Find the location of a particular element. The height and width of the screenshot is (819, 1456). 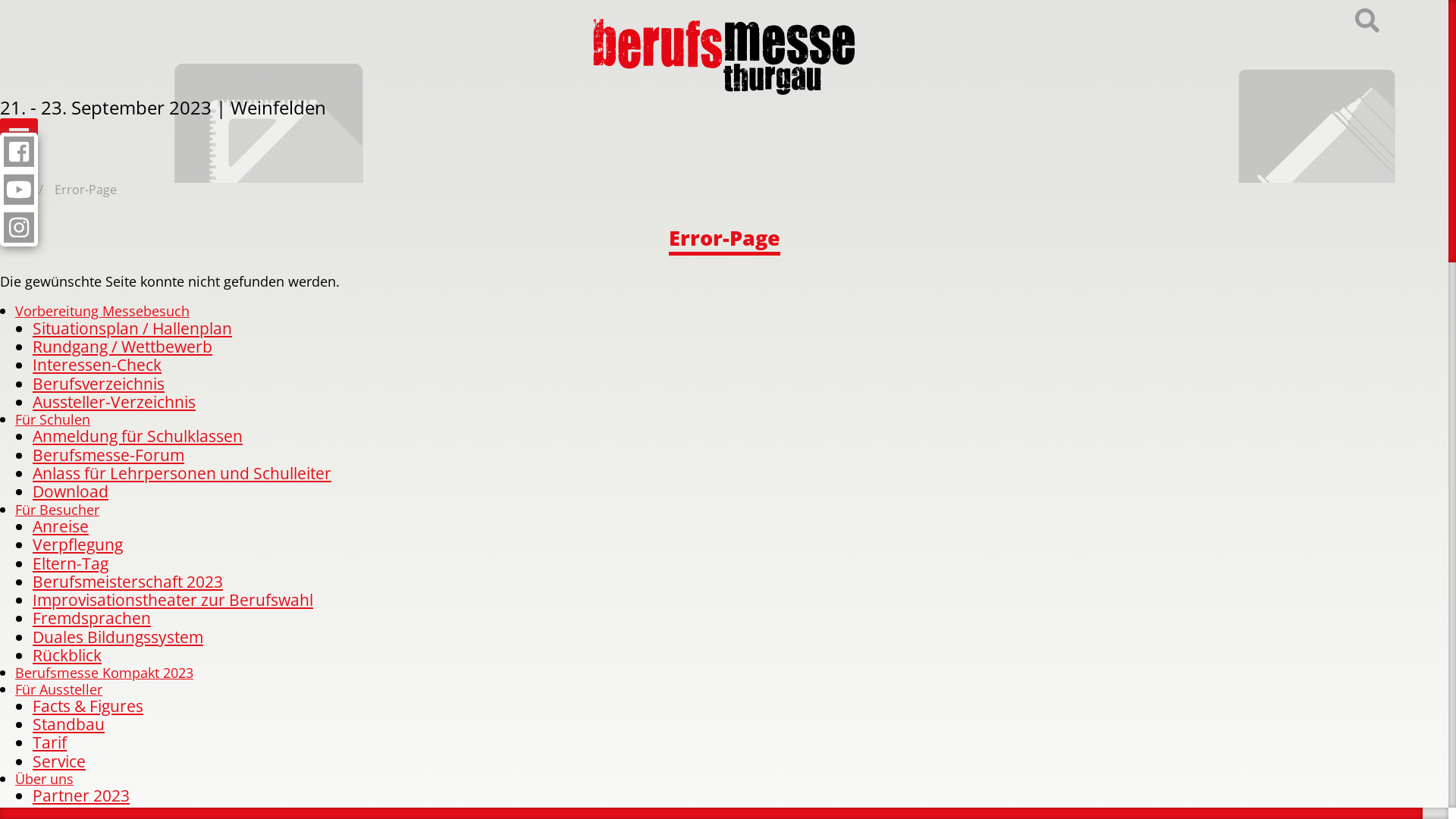

'Berufsmeisterschaft 2023' is located at coordinates (127, 580).